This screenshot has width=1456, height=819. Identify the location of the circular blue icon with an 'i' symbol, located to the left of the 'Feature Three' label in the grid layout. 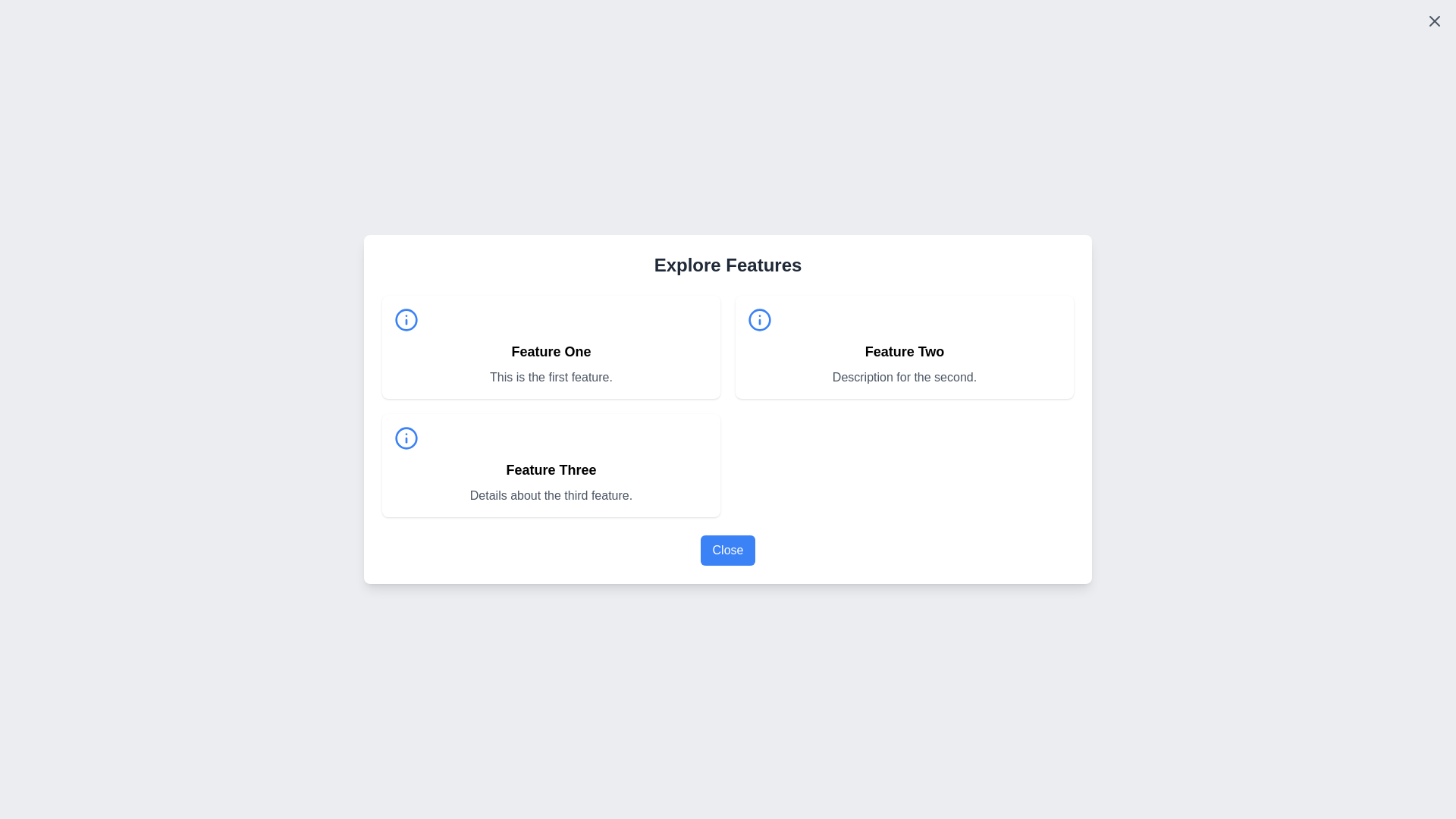
(406, 438).